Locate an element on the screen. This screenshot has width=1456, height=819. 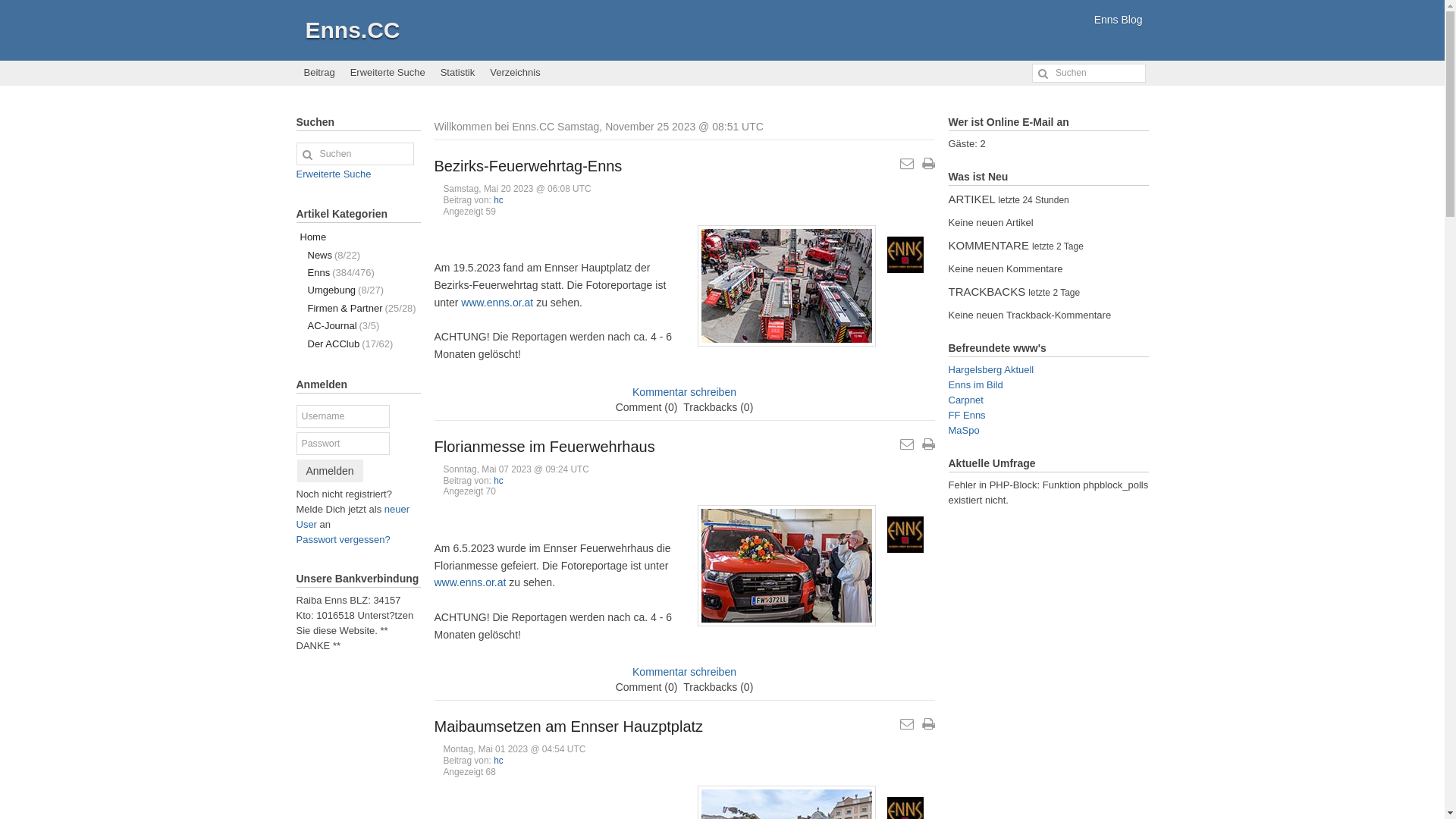
'Anmelden' is located at coordinates (297, 470).